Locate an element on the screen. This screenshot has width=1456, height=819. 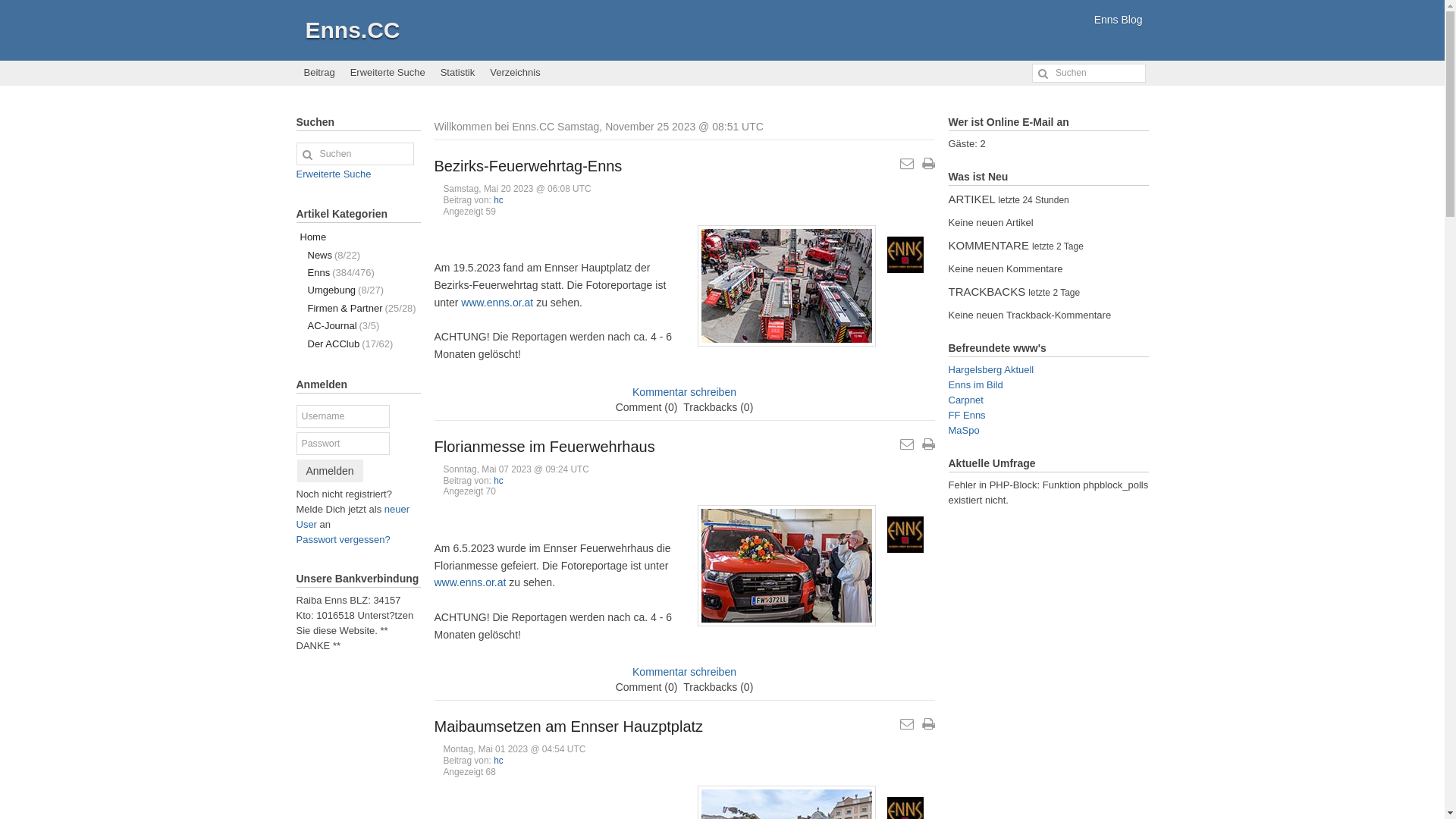
'Anmelden' is located at coordinates (297, 470).